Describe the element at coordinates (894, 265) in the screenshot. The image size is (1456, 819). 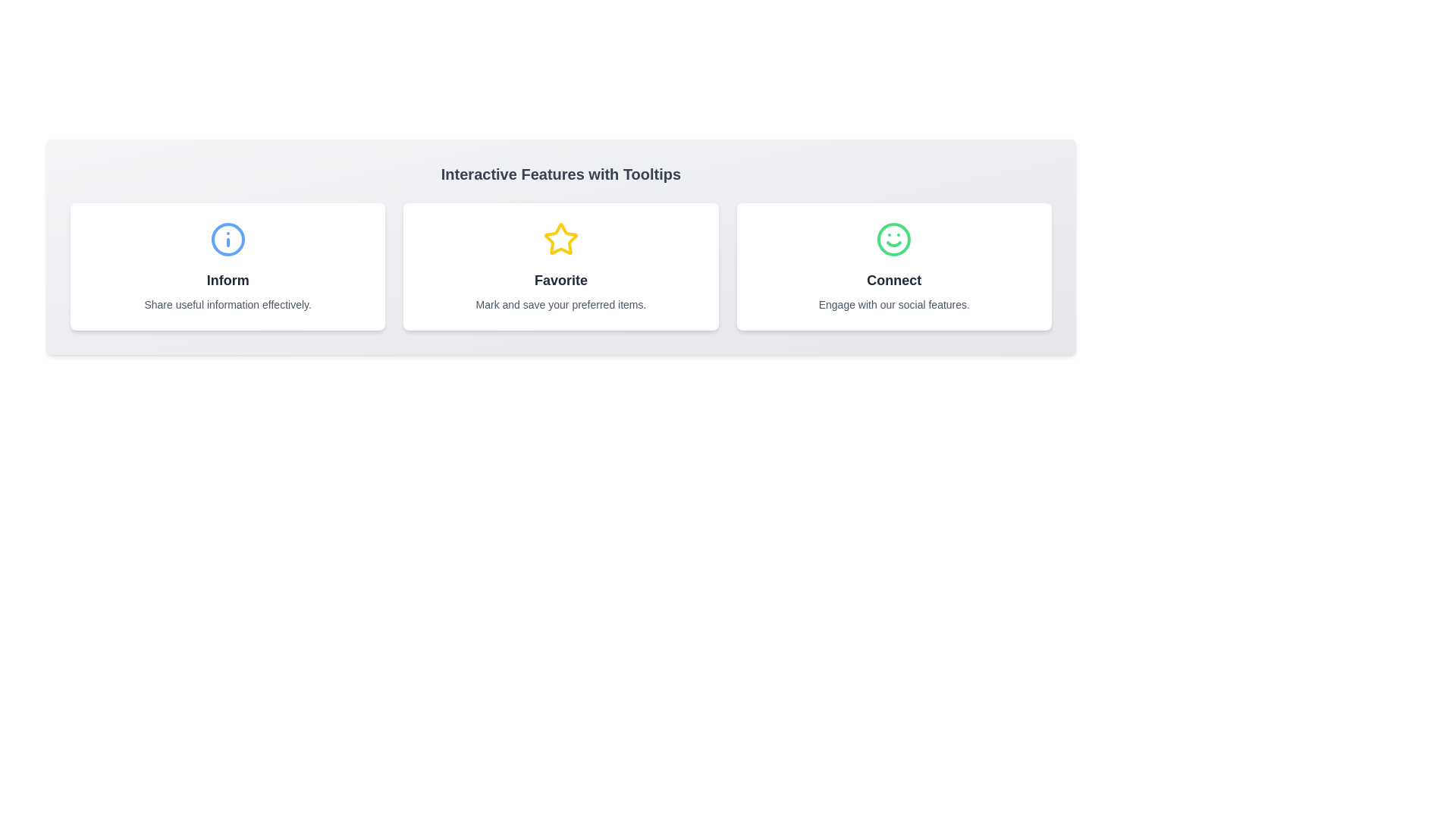
I see `information from the 'Connect' informational card, which is the rightmost card in a horizontally centered grid layout` at that location.